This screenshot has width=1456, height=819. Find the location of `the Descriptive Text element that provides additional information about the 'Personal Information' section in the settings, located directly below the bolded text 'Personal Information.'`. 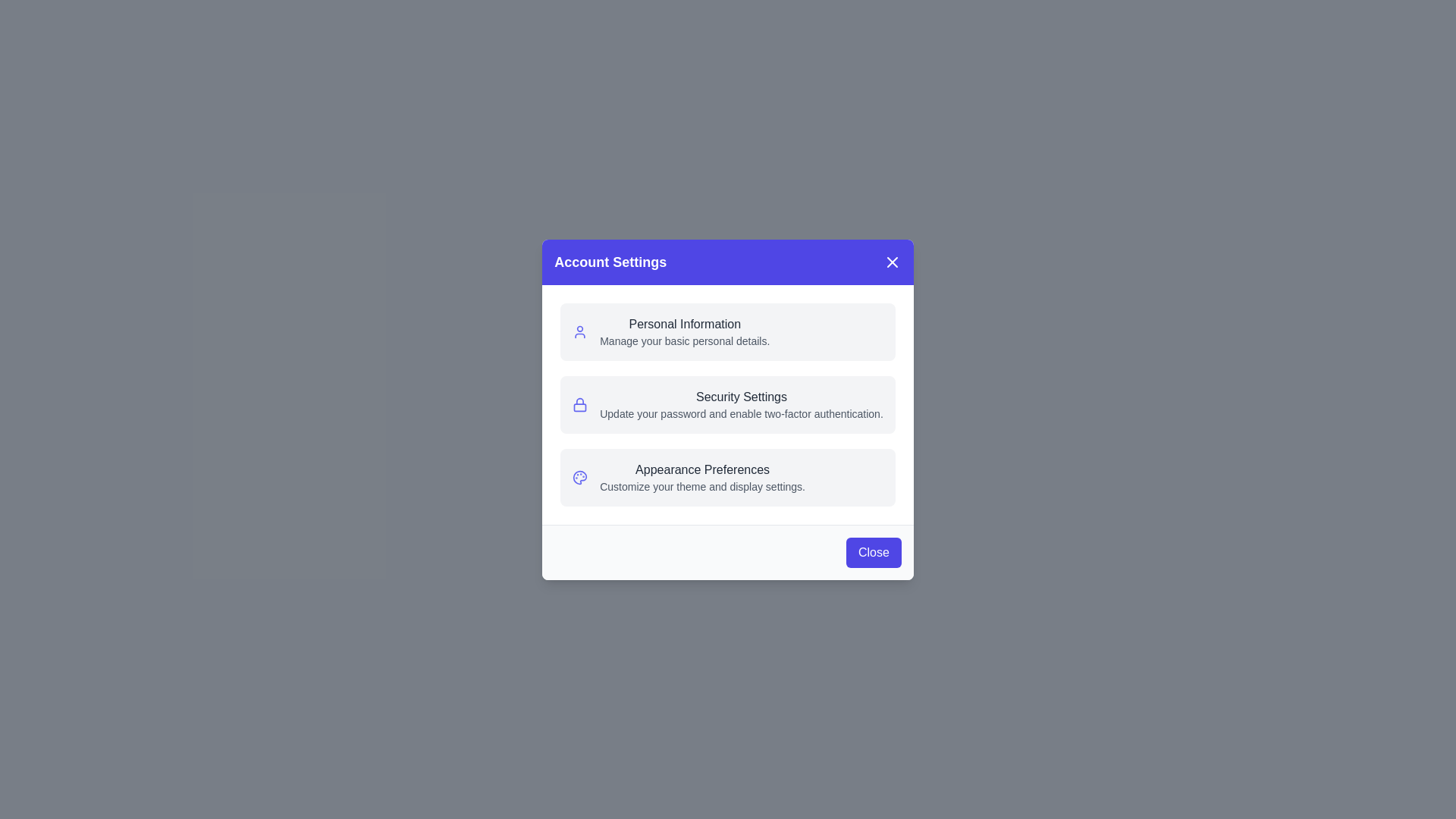

the Descriptive Text element that provides additional information about the 'Personal Information' section in the settings, located directly below the bolded text 'Personal Information.' is located at coordinates (684, 340).